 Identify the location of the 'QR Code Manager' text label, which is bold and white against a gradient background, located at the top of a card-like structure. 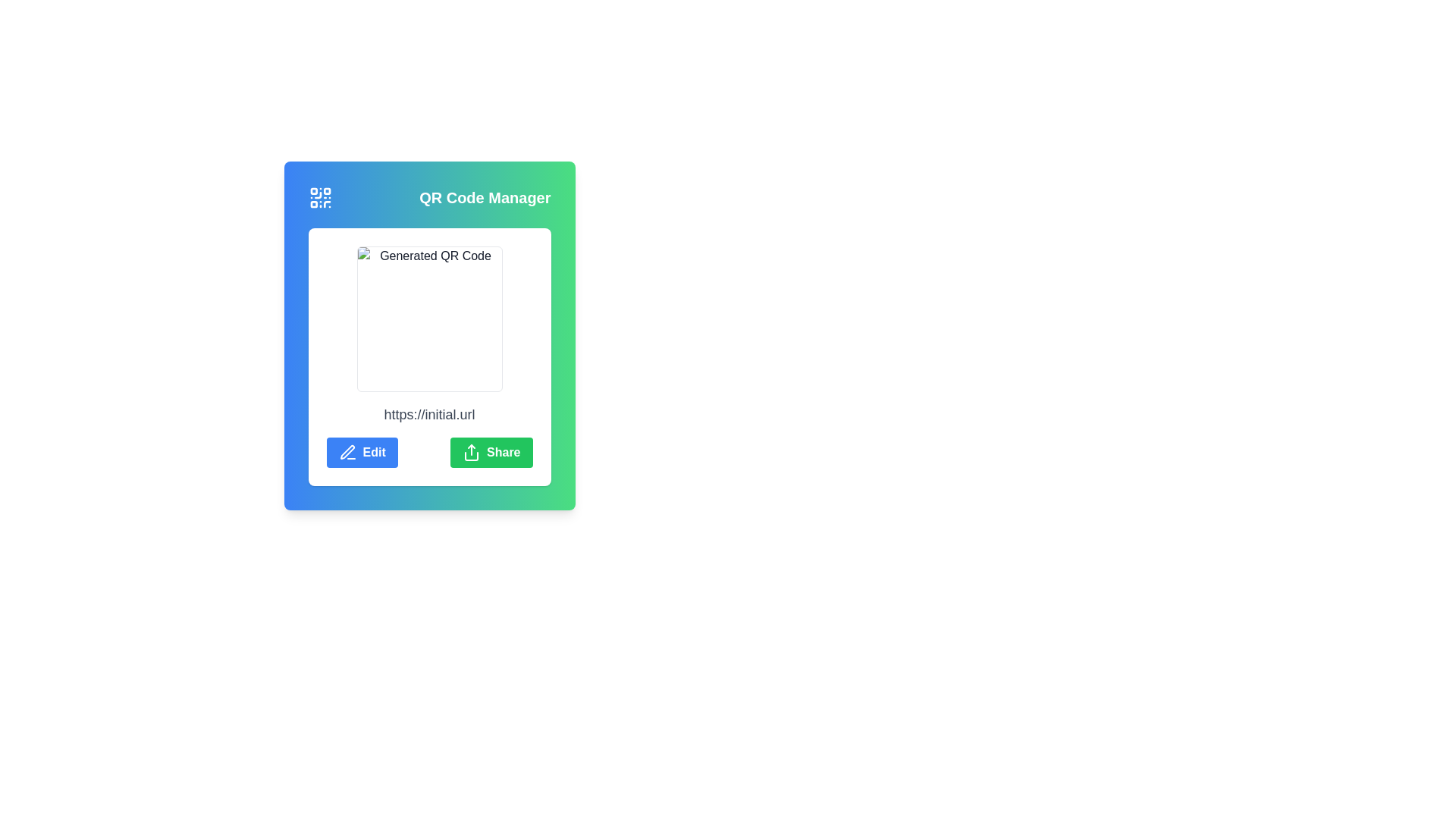
(484, 197).